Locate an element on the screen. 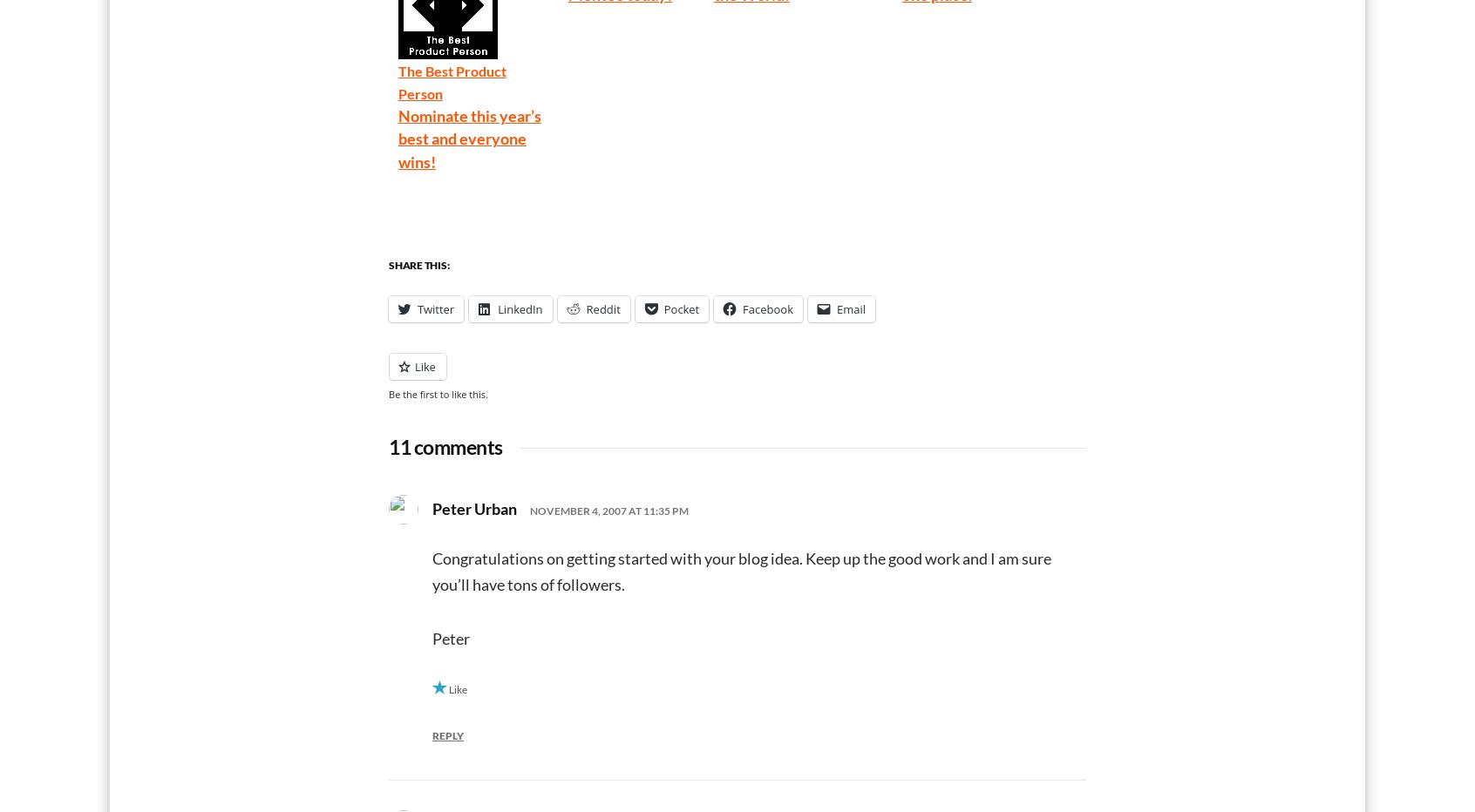  'Like' is located at coordinates (458, 689).